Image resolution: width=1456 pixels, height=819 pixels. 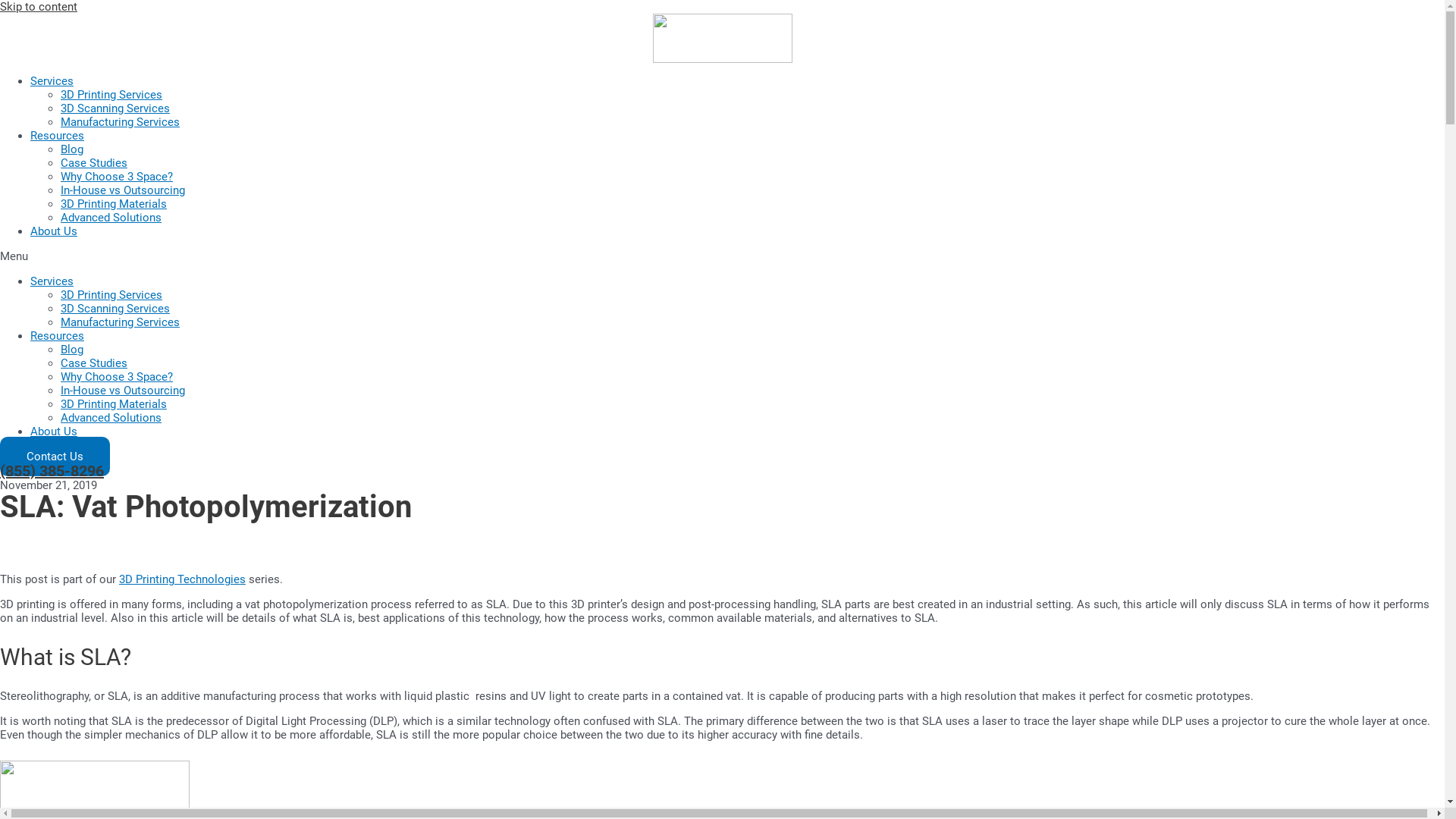 I want to click on 'Contact Us', so click(x=55, y=455).